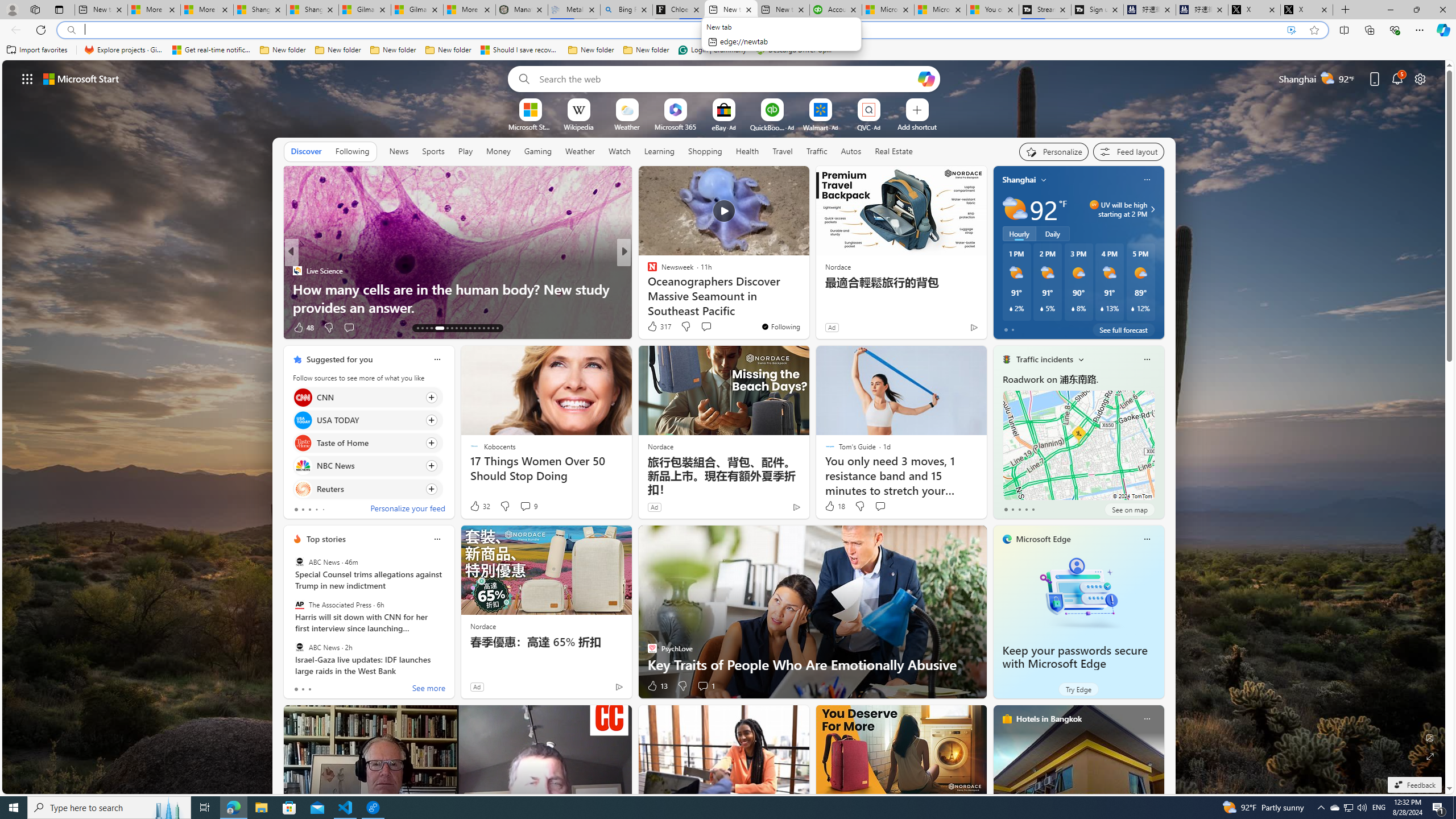 This screenshot has width=1456, height=819. I want to click on 'Hourly', so click(1019, 233).